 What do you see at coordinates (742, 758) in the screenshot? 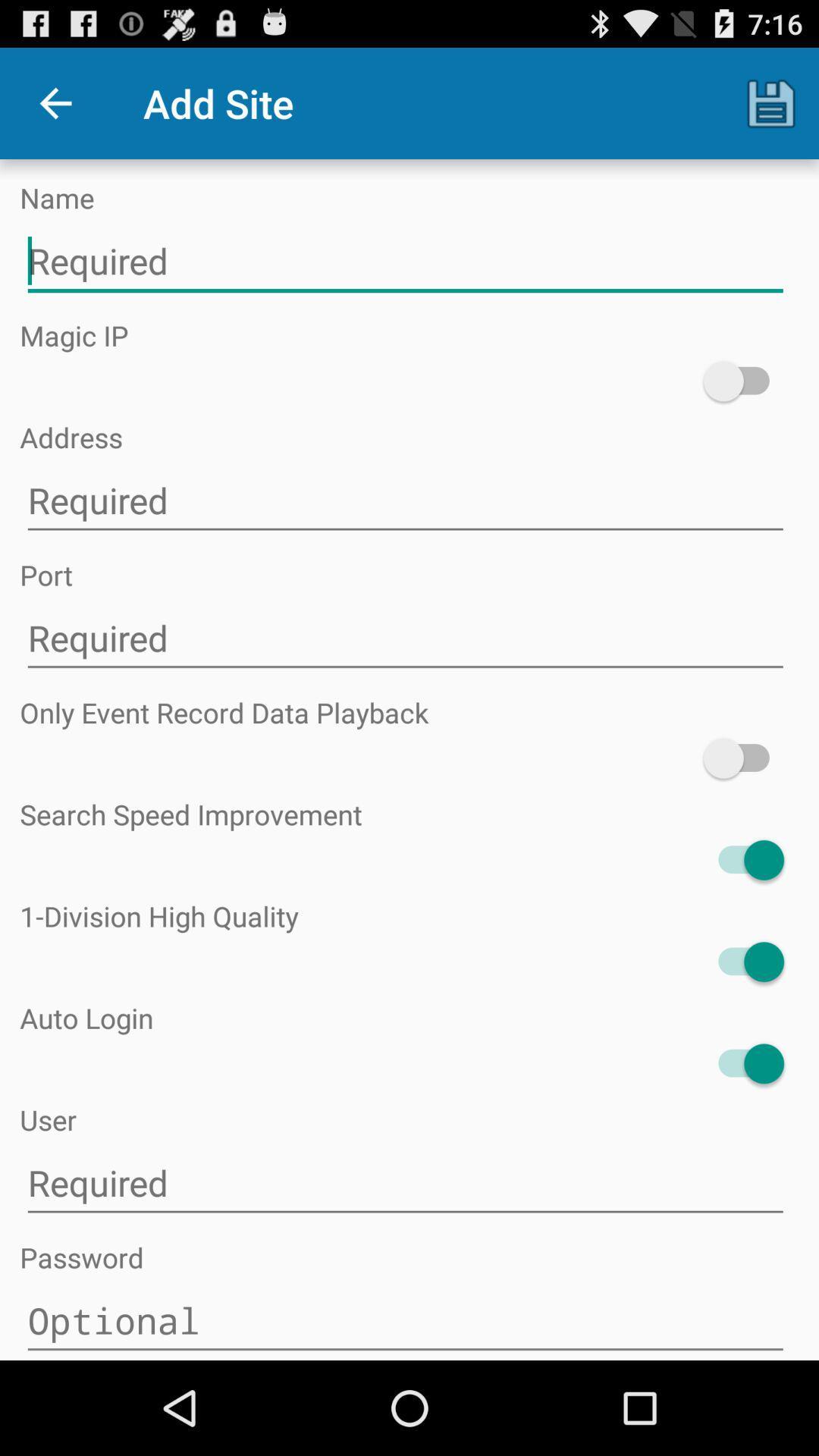
I see `on` at bounding box center [742, 758].